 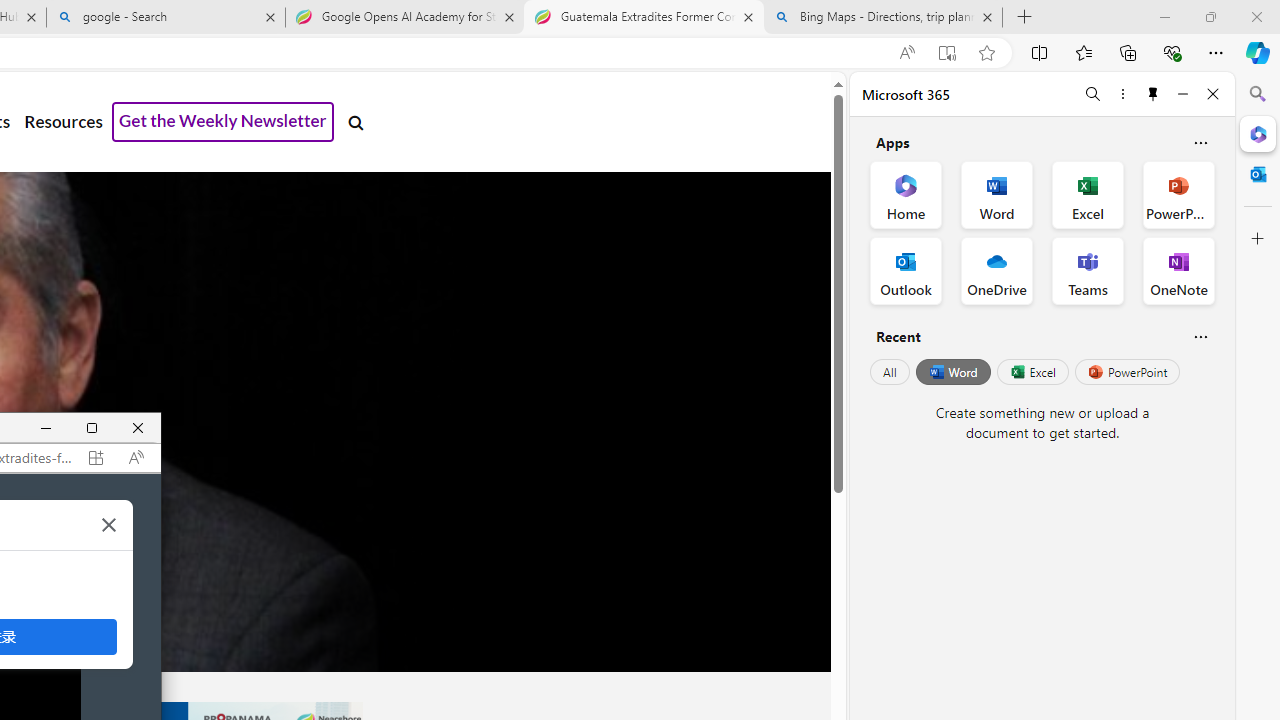 What do you see at coordinates (1032, 372) in the screenshot?
I see `'Excel'` at bounding box center [1032, 372].